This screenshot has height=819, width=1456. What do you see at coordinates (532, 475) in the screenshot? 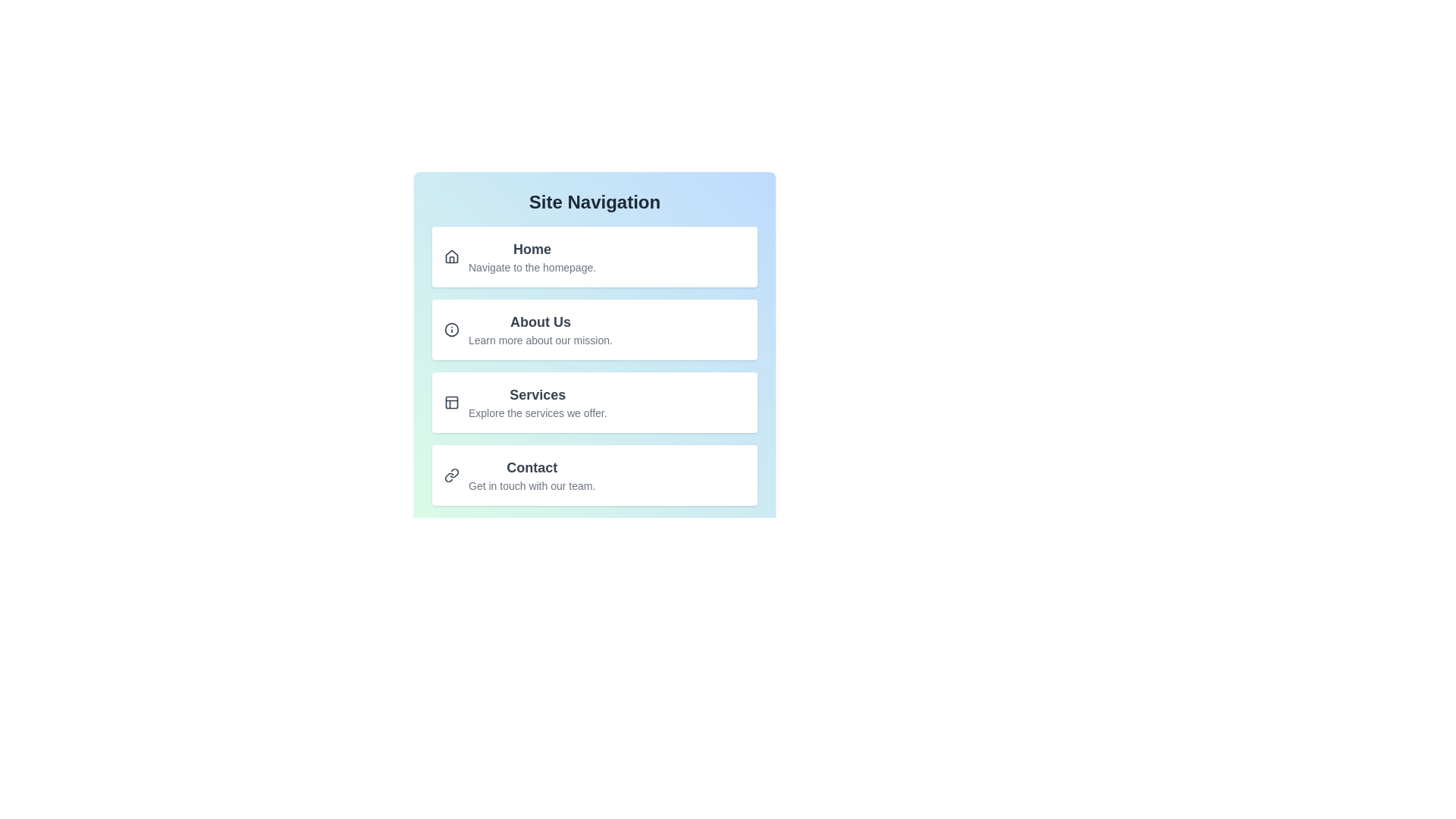
I see `the 'Contact' text block in the vertical navigation menu` at bounding box center [532, 475].